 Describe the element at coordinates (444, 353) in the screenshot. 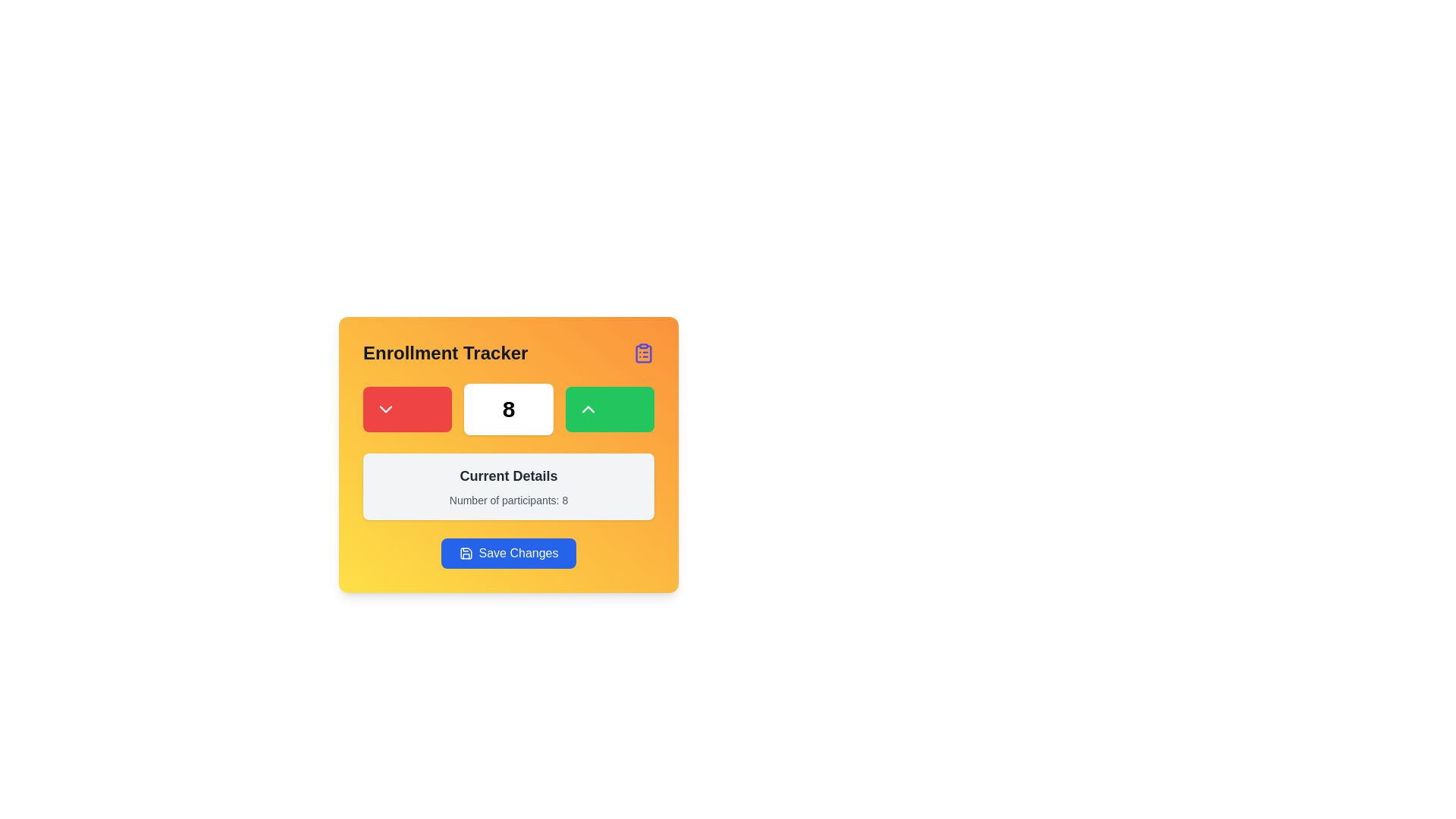

I see `the Text Label that serves as the title or header for the enrollment tracking card, which is located in the upper section of the card and aligned to the left` at that location.